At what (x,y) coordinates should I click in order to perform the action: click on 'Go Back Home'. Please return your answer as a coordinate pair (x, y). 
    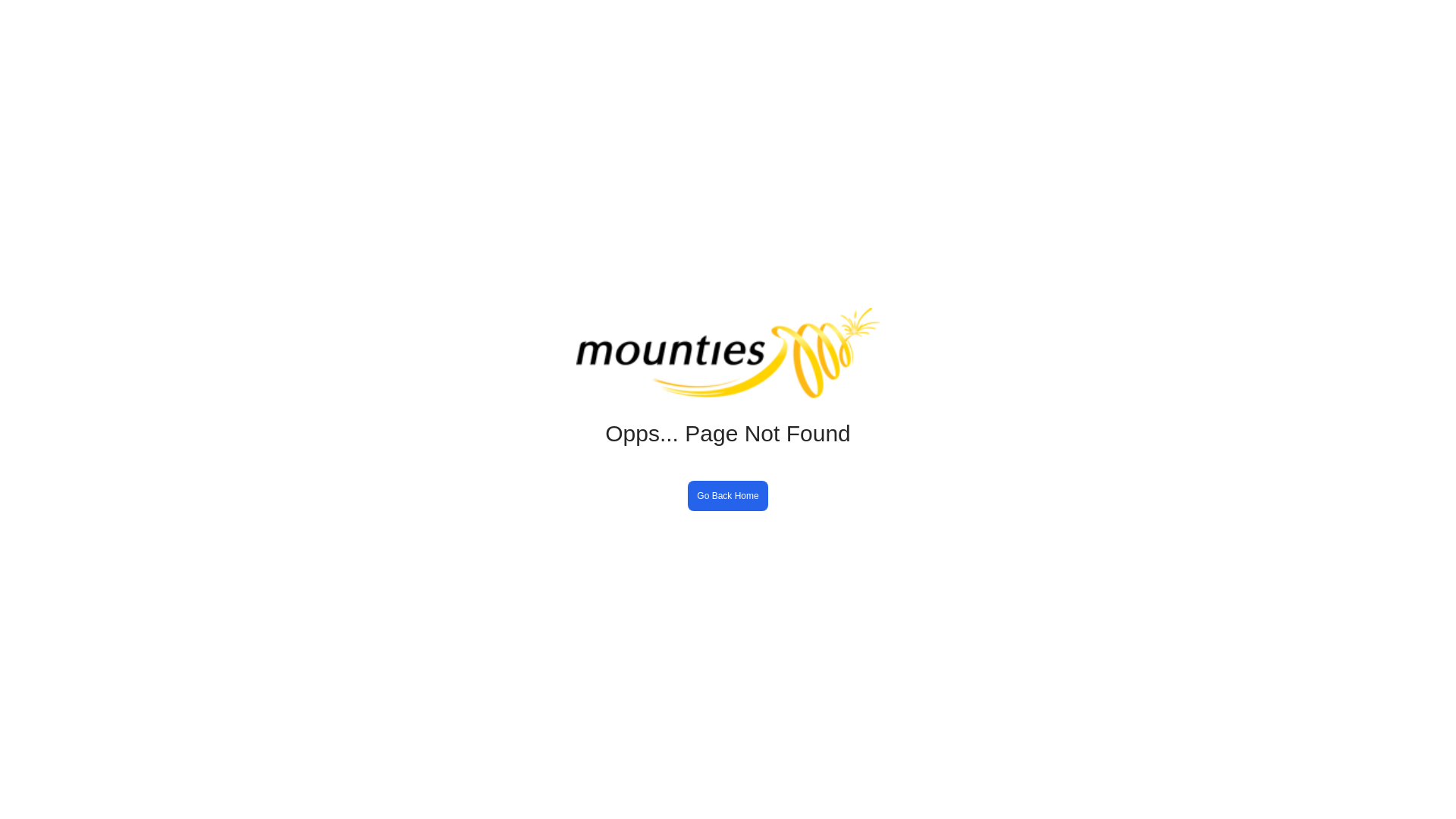
    Looking at the image, I should click on (726, 488).